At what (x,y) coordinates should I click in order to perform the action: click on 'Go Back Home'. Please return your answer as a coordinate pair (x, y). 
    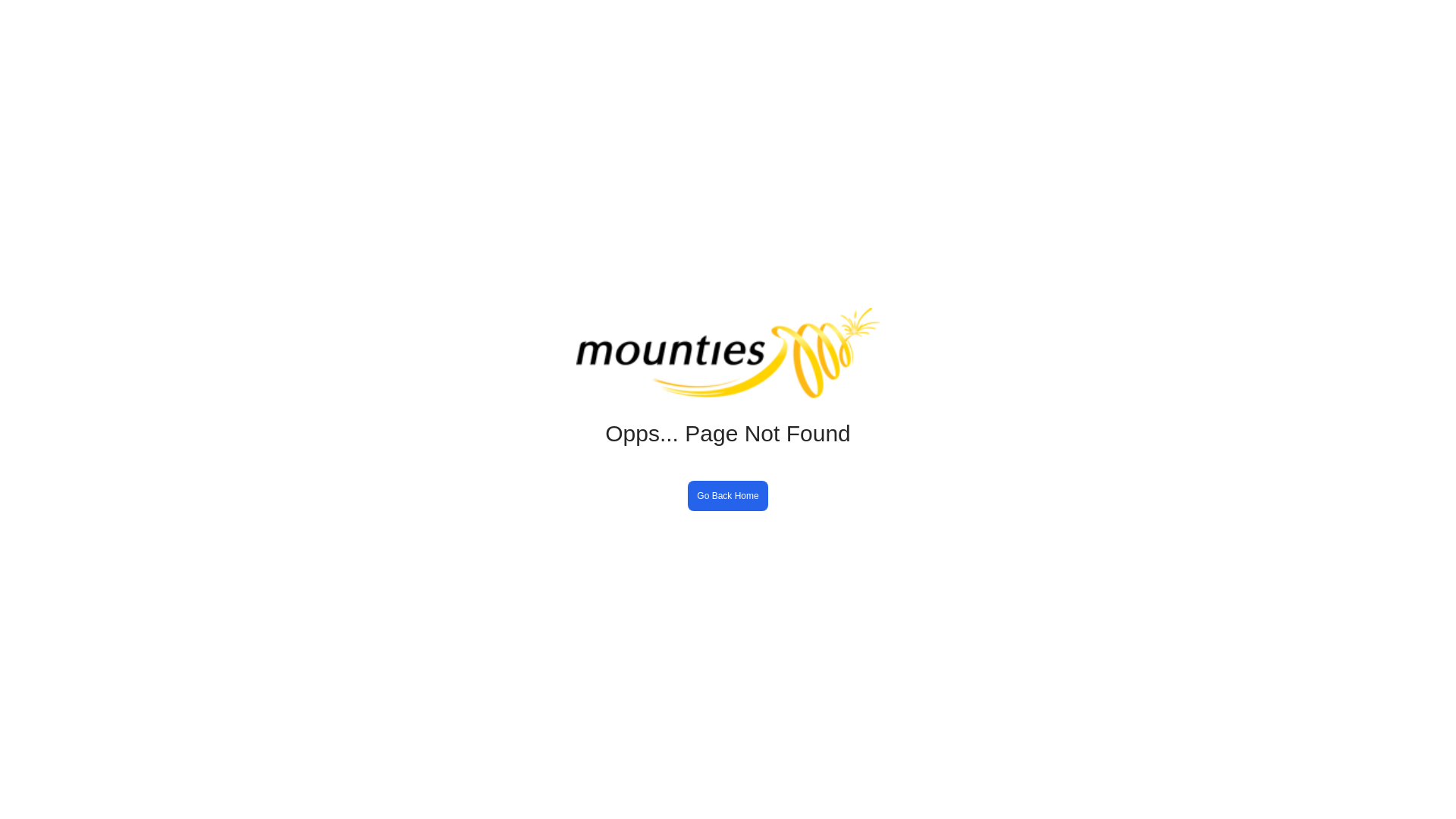
    Looking at the image, I should click on (726, 488).